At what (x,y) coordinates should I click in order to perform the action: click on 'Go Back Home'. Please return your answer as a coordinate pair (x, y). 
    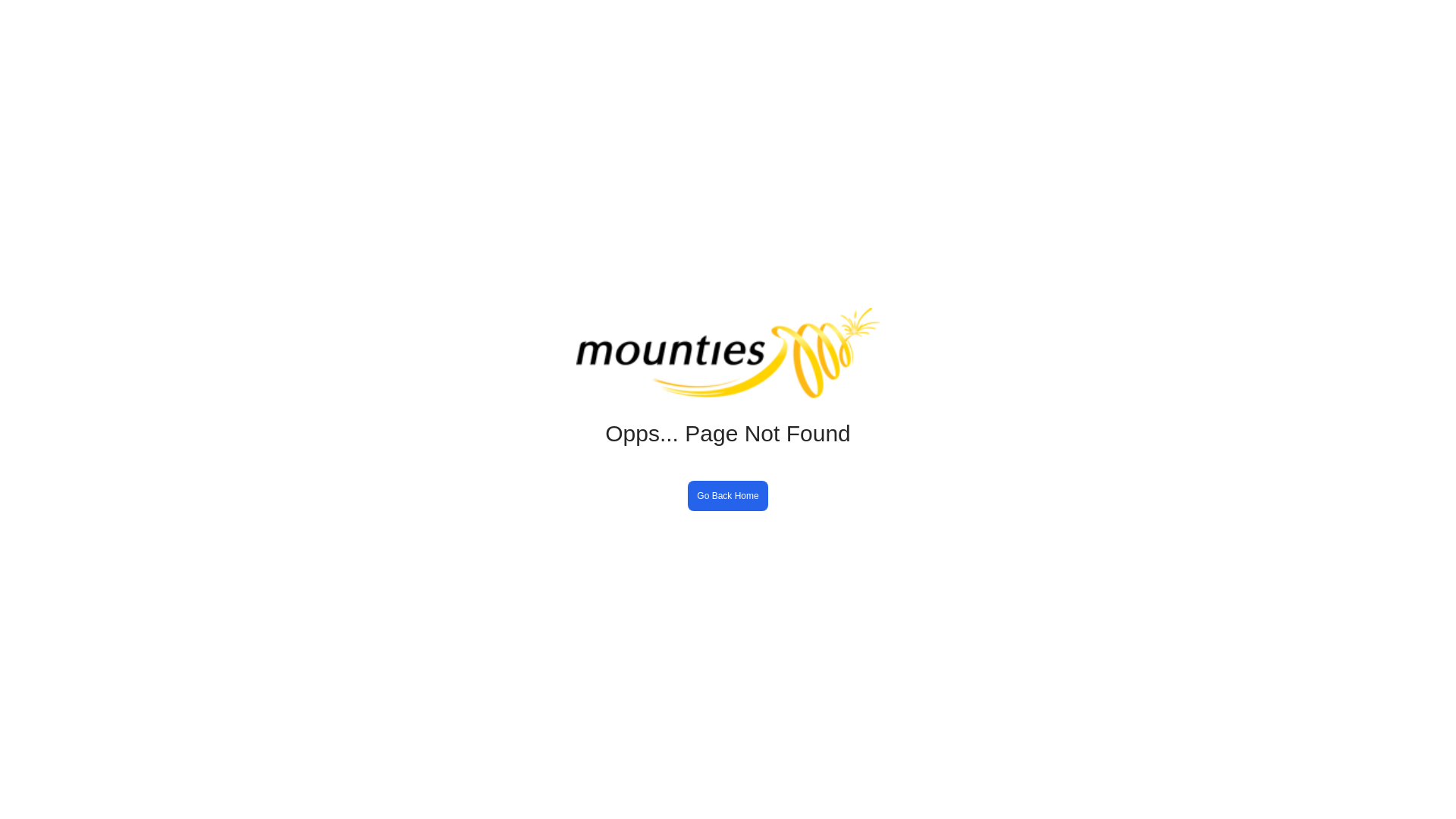
    Looking at the image, I should click on (726, 488).